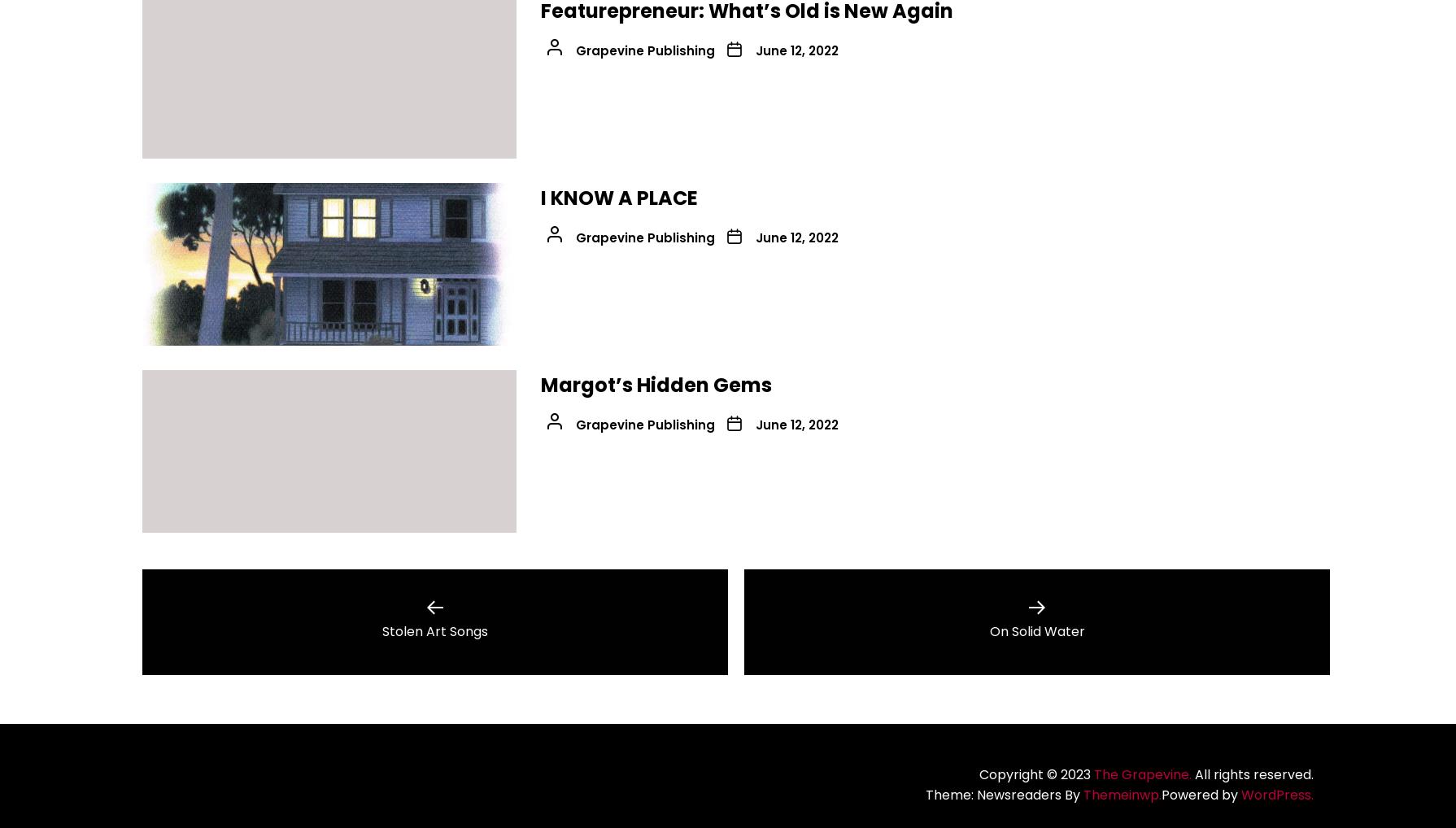 This screenshot has height=828, width=1456. What do you see at coordinates (1141, 773) in the screenshot?
I see `'The Grapevine.'` at bounding box center [1141, 773].